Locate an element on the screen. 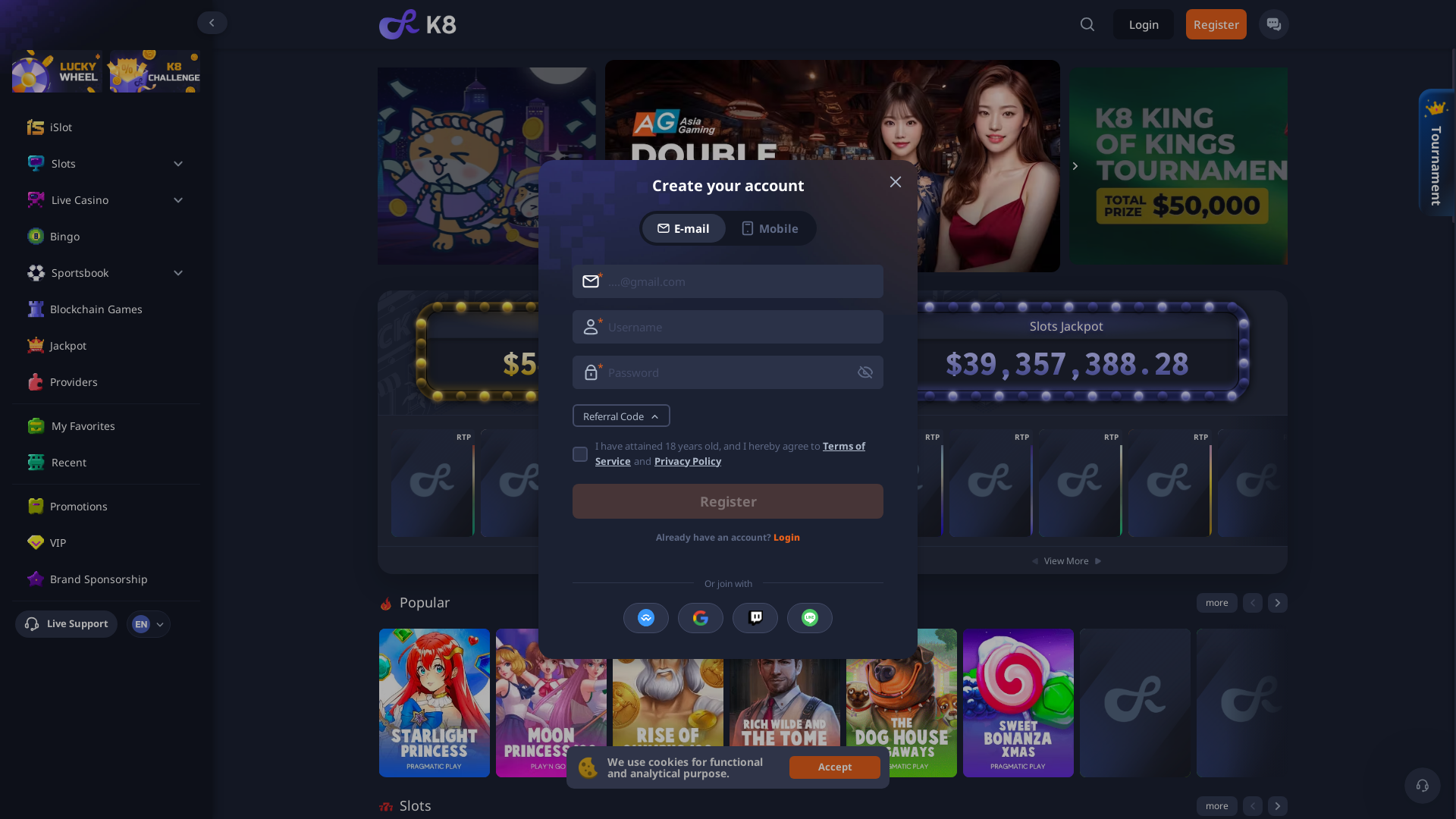 The height and width of the screenshot is (819, 1456). 'Register' is located at coordinates (728, 500).